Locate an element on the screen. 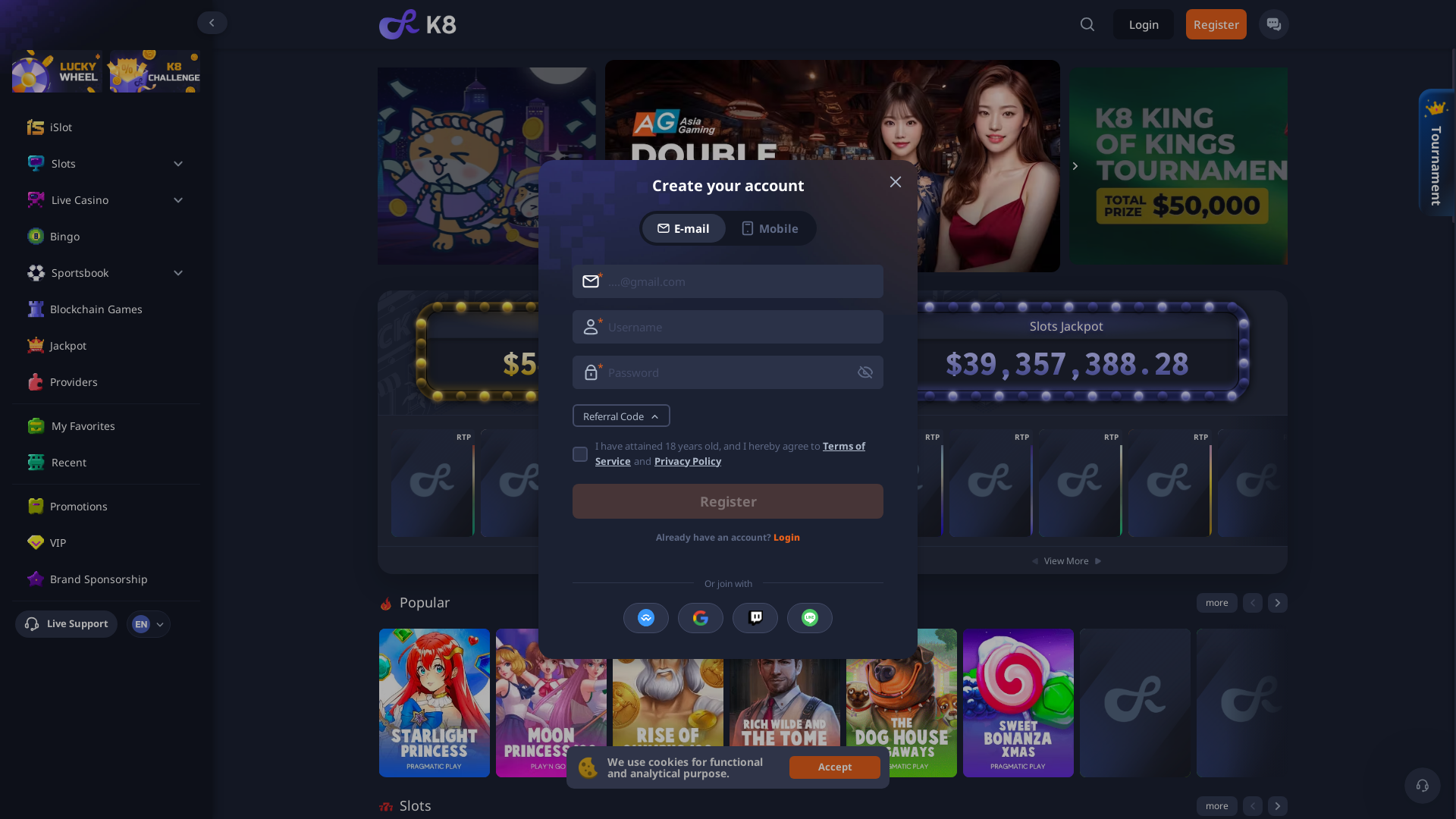 The height and width of the screenshot is (819, 1456). 'Register' is located at coordinates (728, 500).